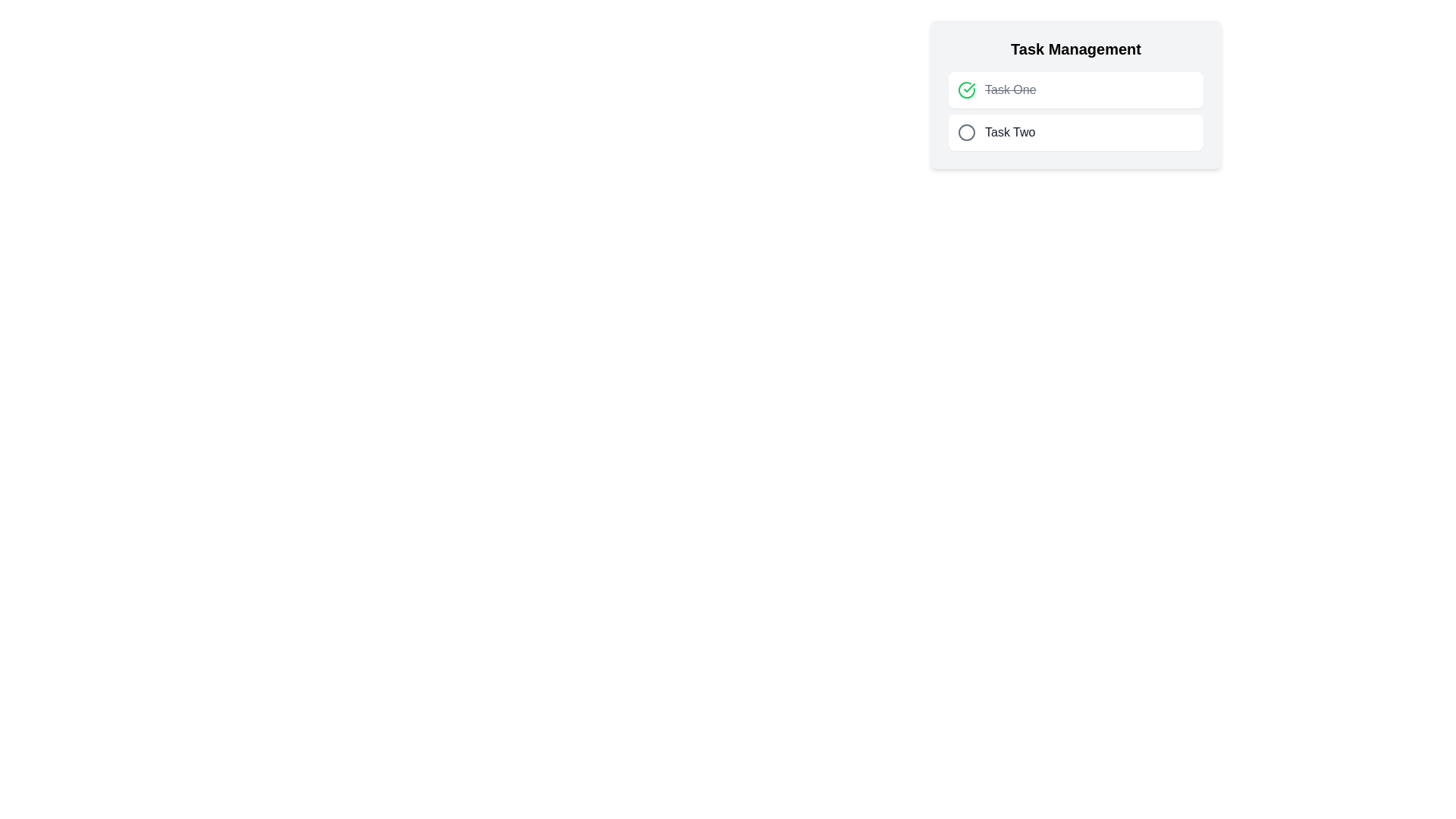 This screenshot has height=819, width=1456. I want to click on the text label displaying 'Task One' which is marked as completed with a gray line-through font to potentially reveal additional options, so click(1010, 90).